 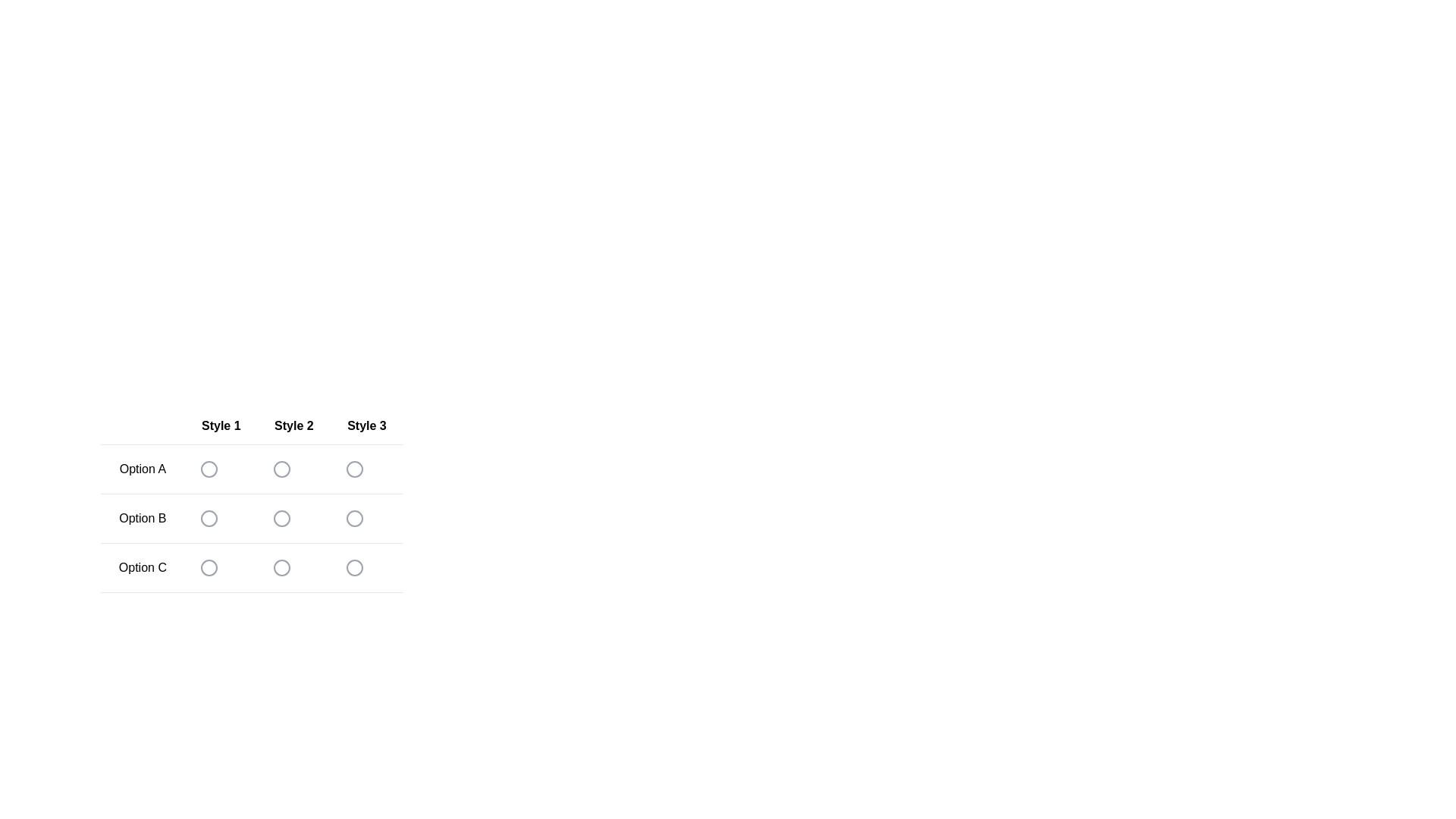 I want to click on the radio button circle located under the 'Style 3' header and aligned with the 'Option B' row, which is the second item horizontally in its row and the third item vertically in its column, so click(x=353, y=517).